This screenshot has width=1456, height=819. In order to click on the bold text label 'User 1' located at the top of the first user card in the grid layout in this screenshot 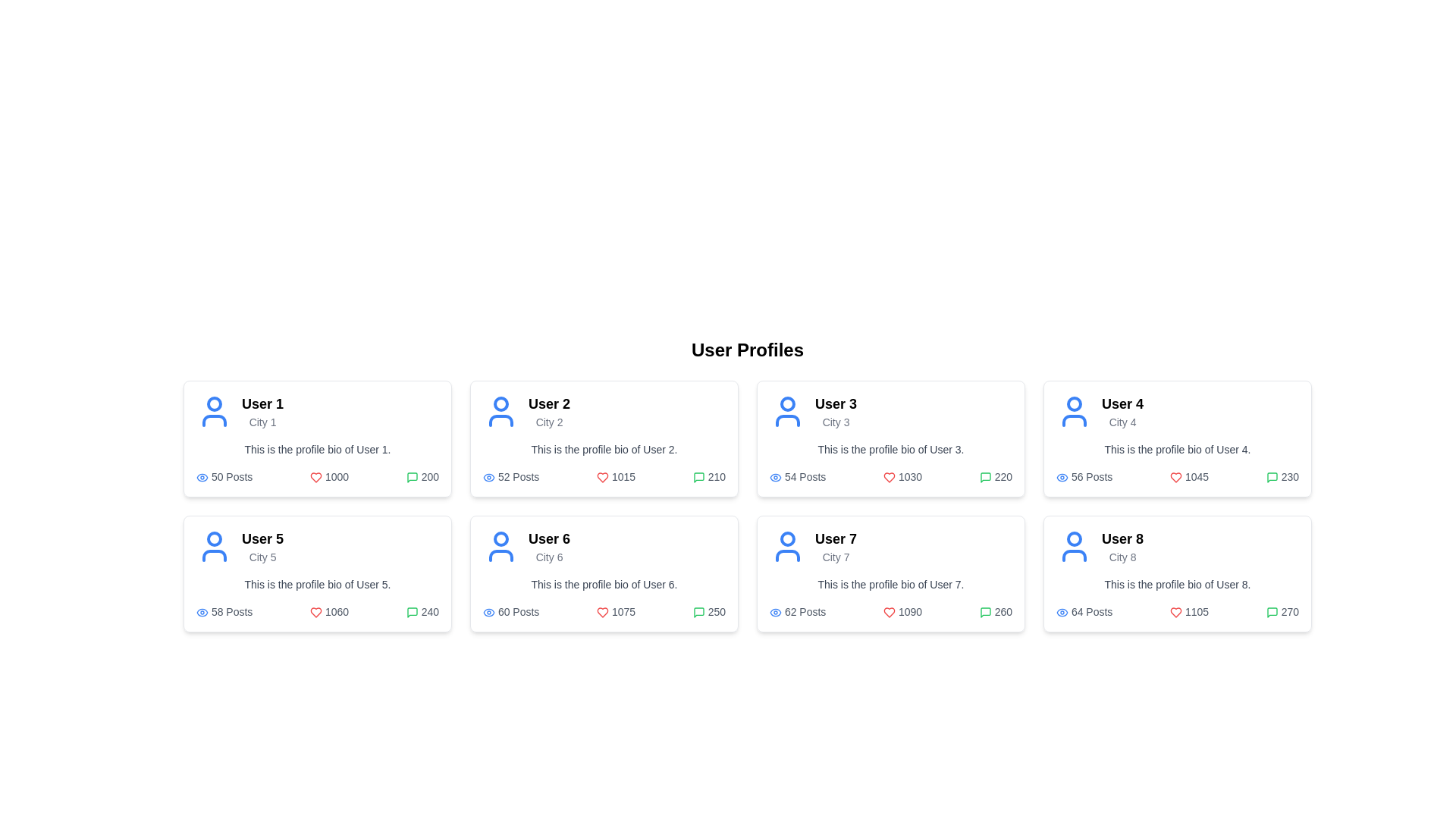, I will do `click(262, 403)`.